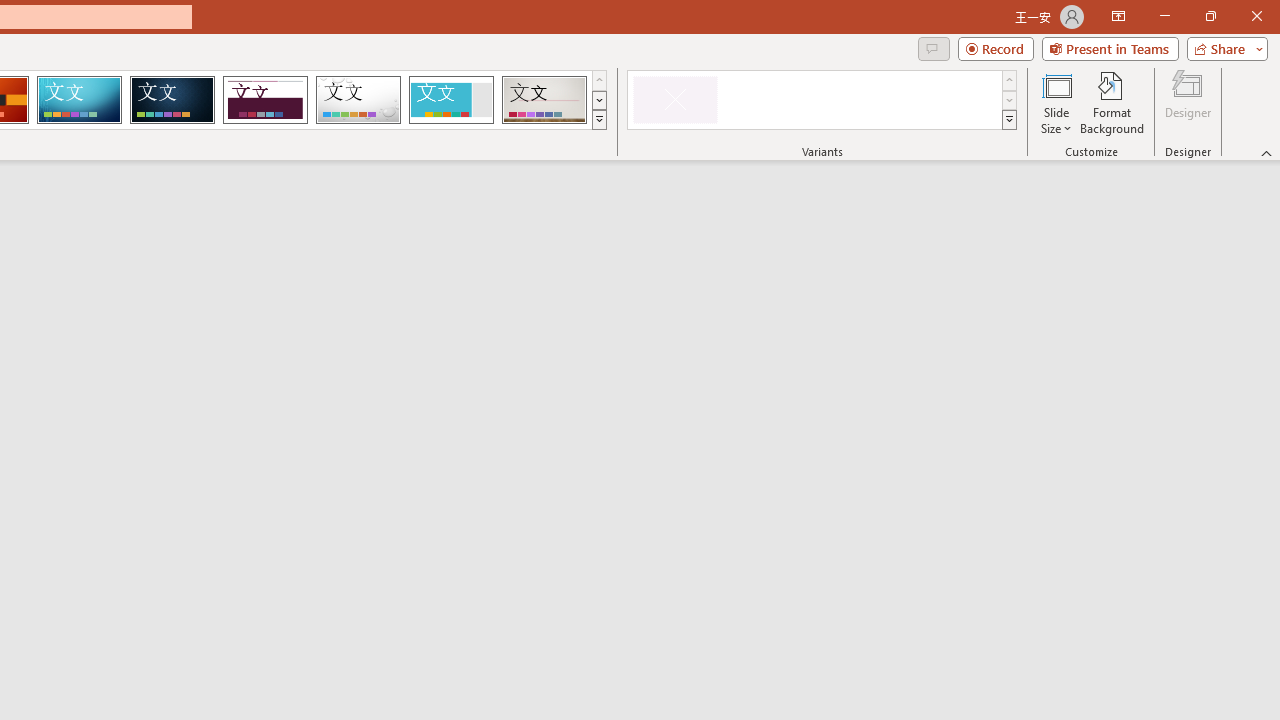 The width and height of the screenshot is (1280, 720). I want to click on 'Gallery Loading Preview...', so click(544, 100).